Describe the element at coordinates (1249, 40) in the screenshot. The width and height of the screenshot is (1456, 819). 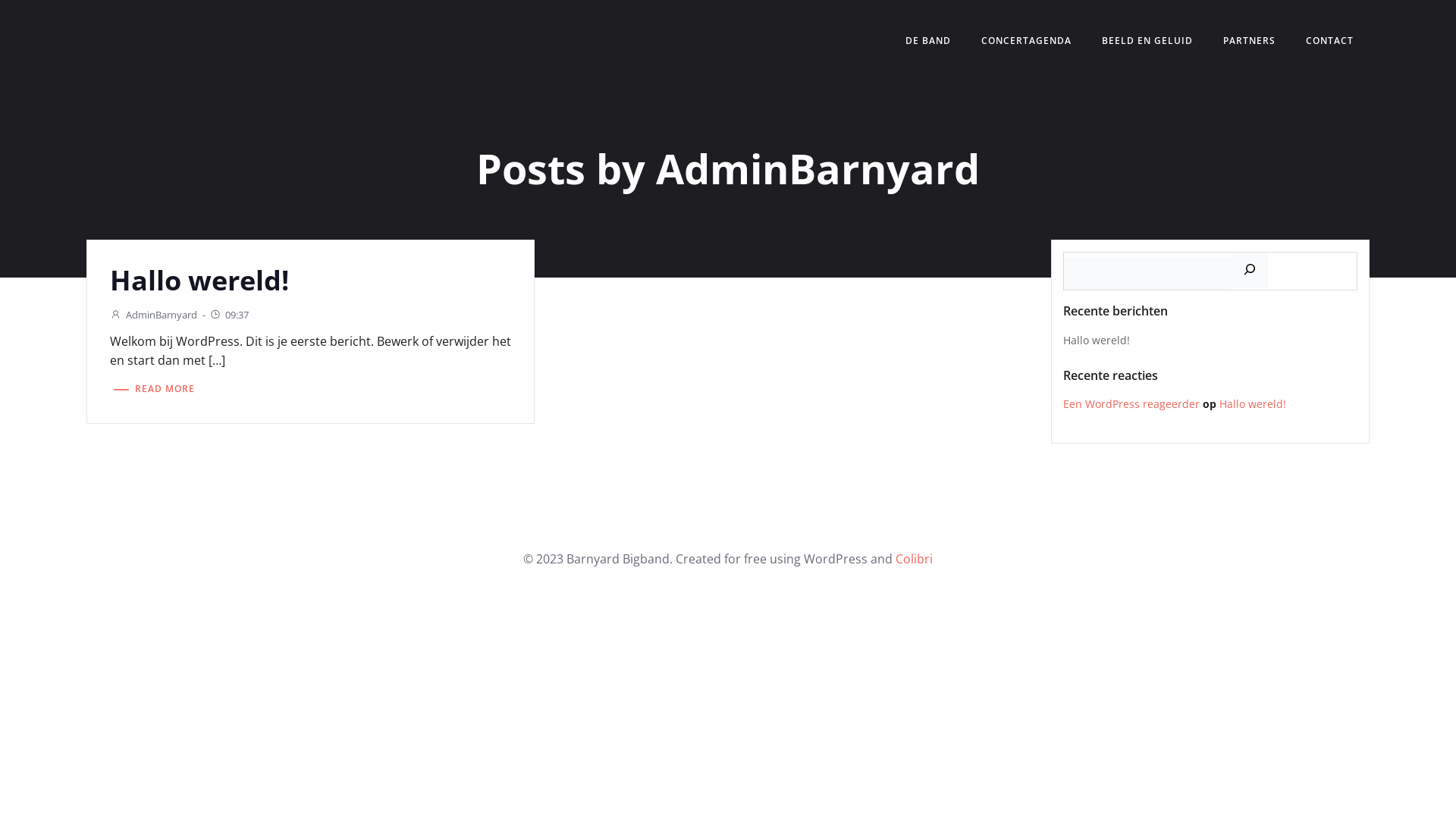
I see `'PARTNERS'` at that location.